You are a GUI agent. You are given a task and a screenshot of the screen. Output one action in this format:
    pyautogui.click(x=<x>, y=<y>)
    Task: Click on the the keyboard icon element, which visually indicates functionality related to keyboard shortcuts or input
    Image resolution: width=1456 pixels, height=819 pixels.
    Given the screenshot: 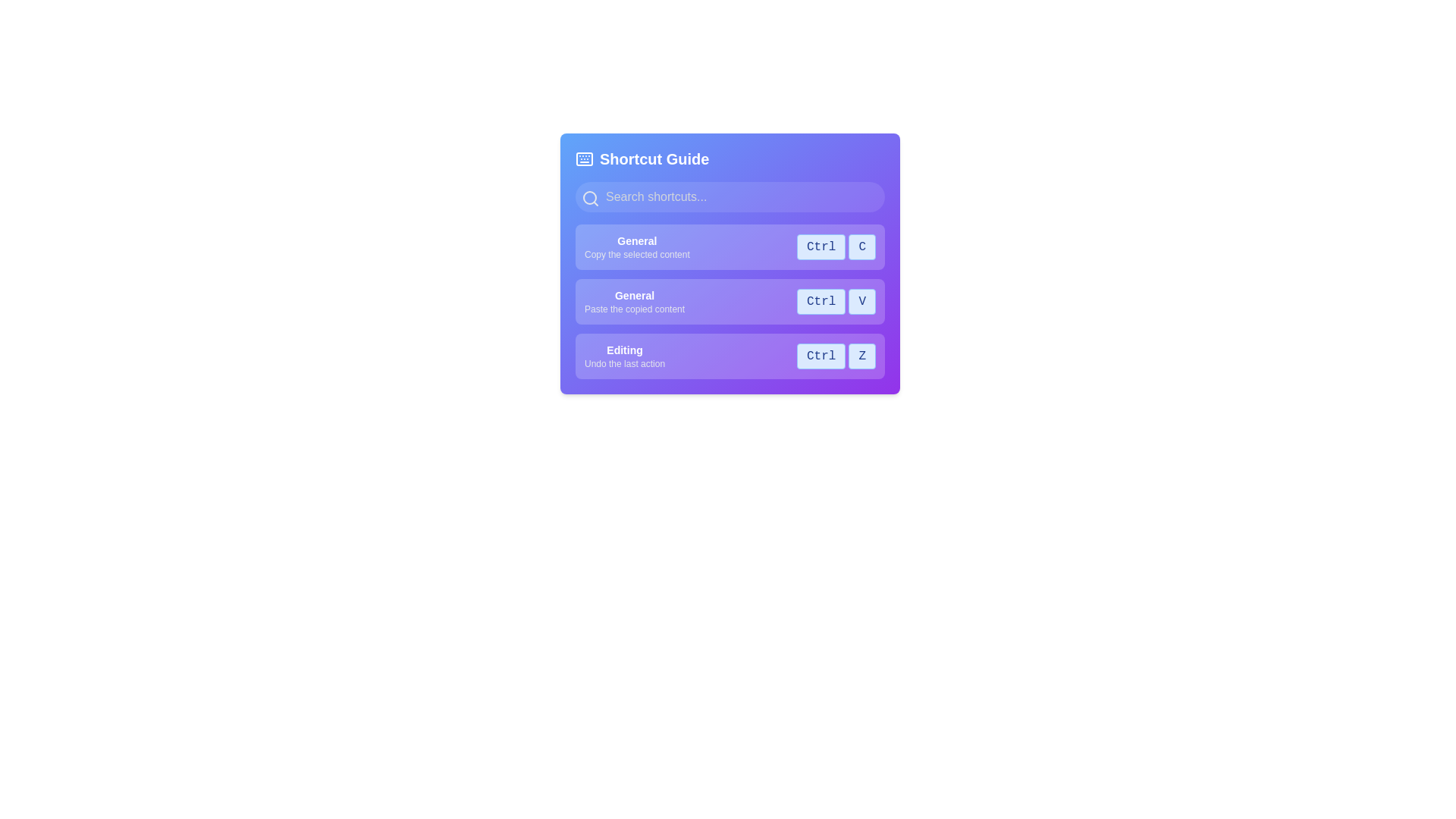 What is the action you would take?
    pyautogui.click(x=584, y=158)
    